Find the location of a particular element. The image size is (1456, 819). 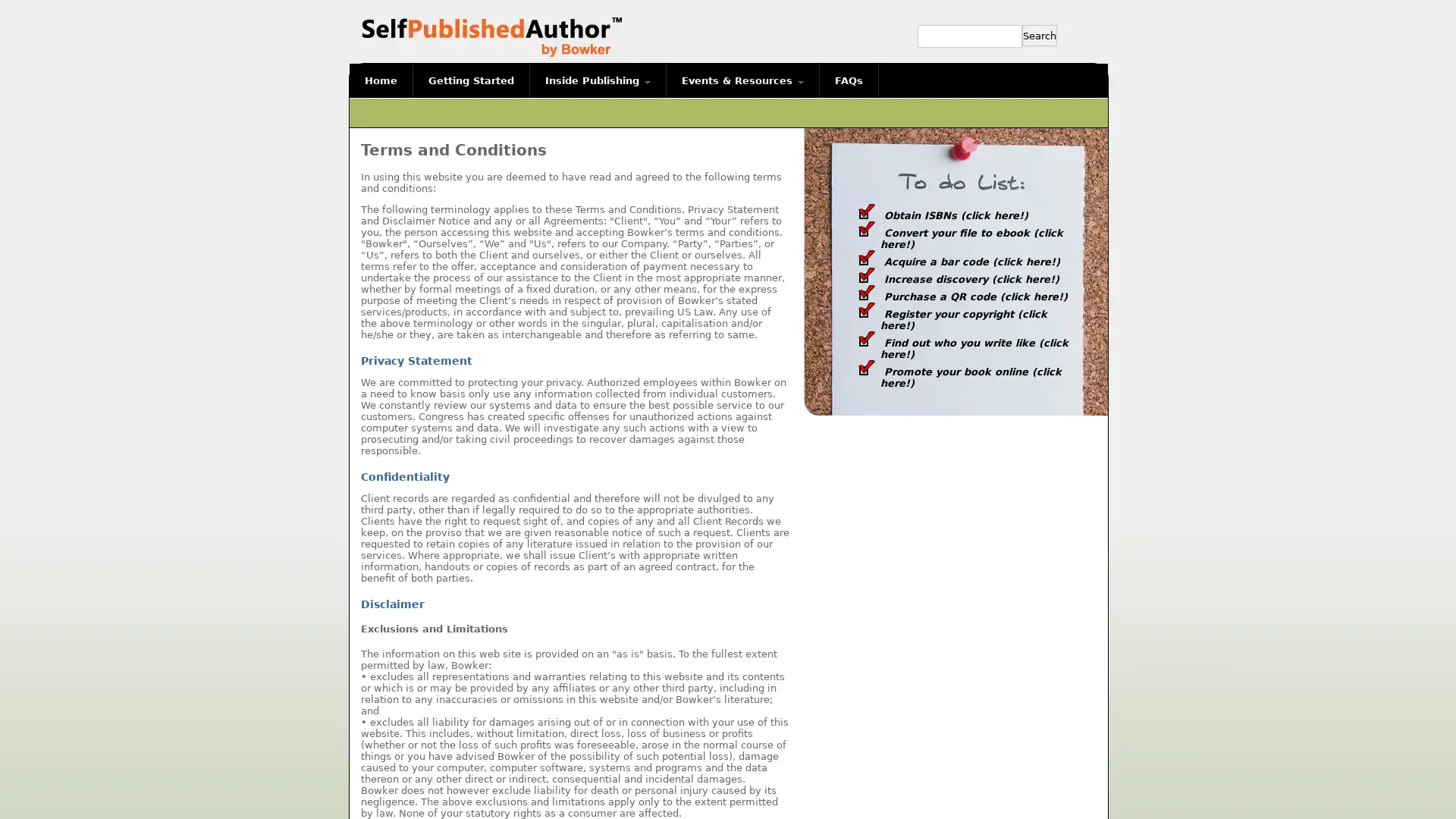

Search is located at coordinates (1039, 34).